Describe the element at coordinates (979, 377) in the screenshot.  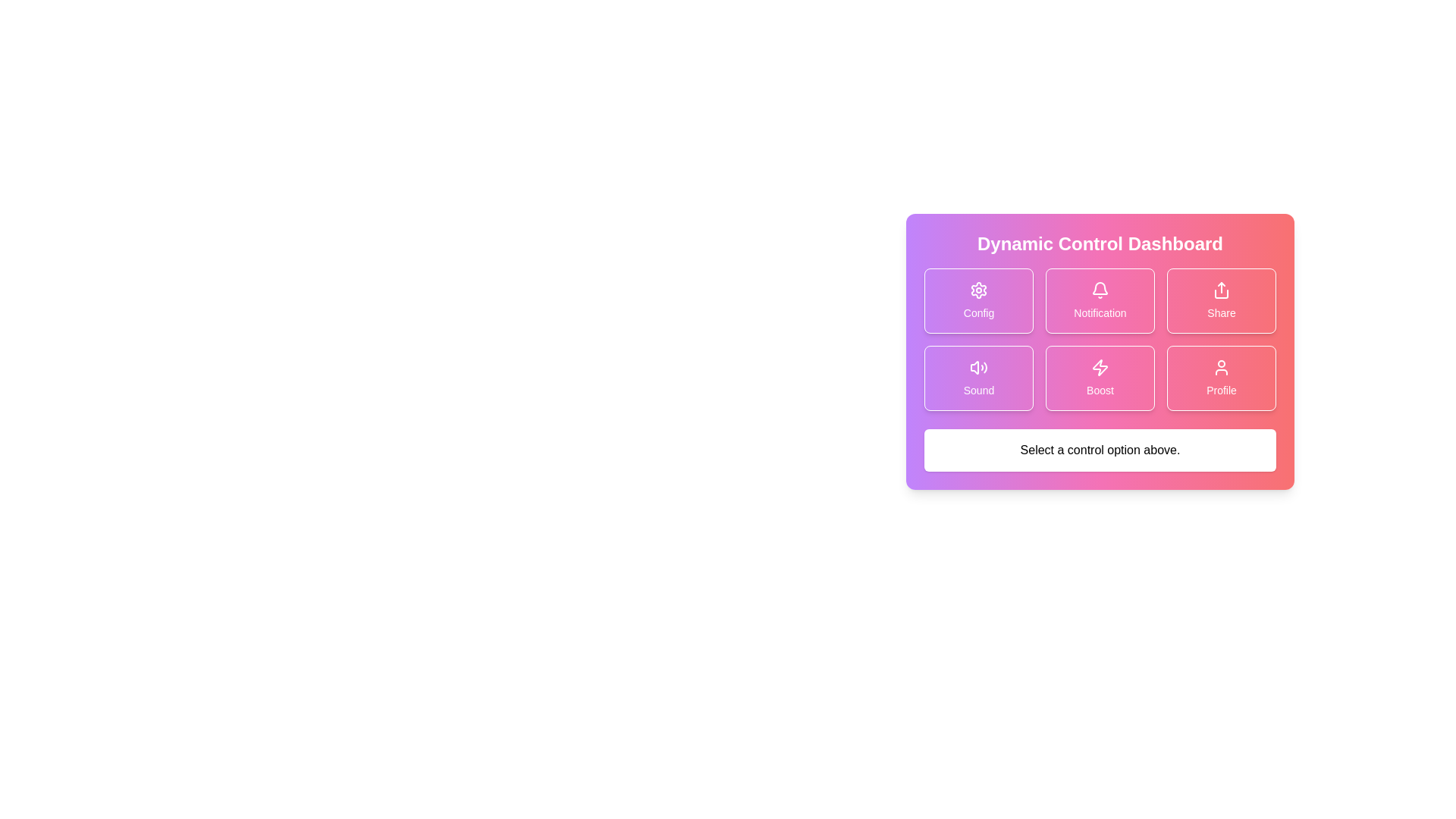
I see `the 'Sound' Button Card, which is a rectangular interactive card with a speaker icon and a label, located` at that location.